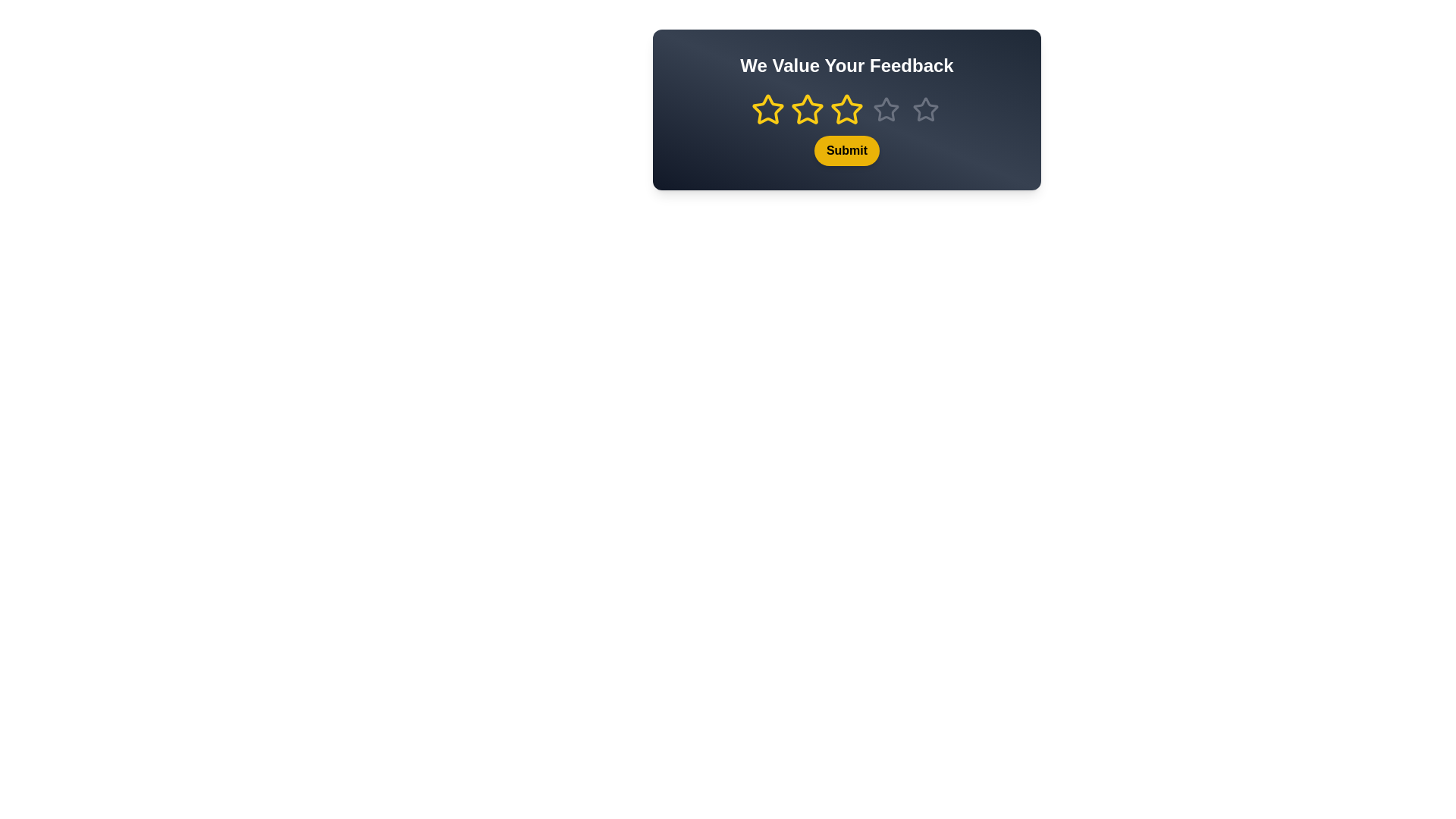  I want to click on the first star icon, so click(767, 108).